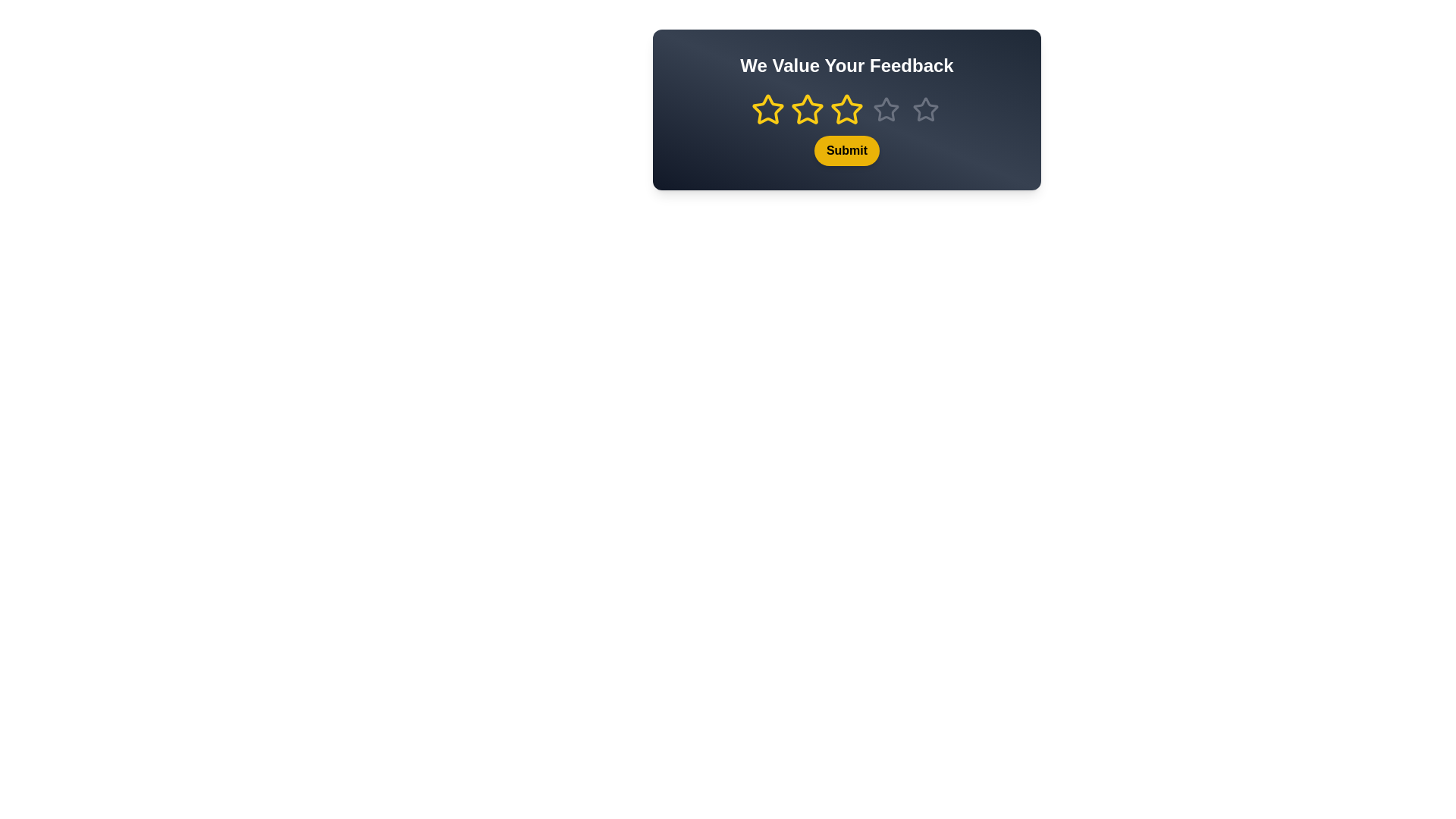  I want to click on the first star icon, so click(767, 108).